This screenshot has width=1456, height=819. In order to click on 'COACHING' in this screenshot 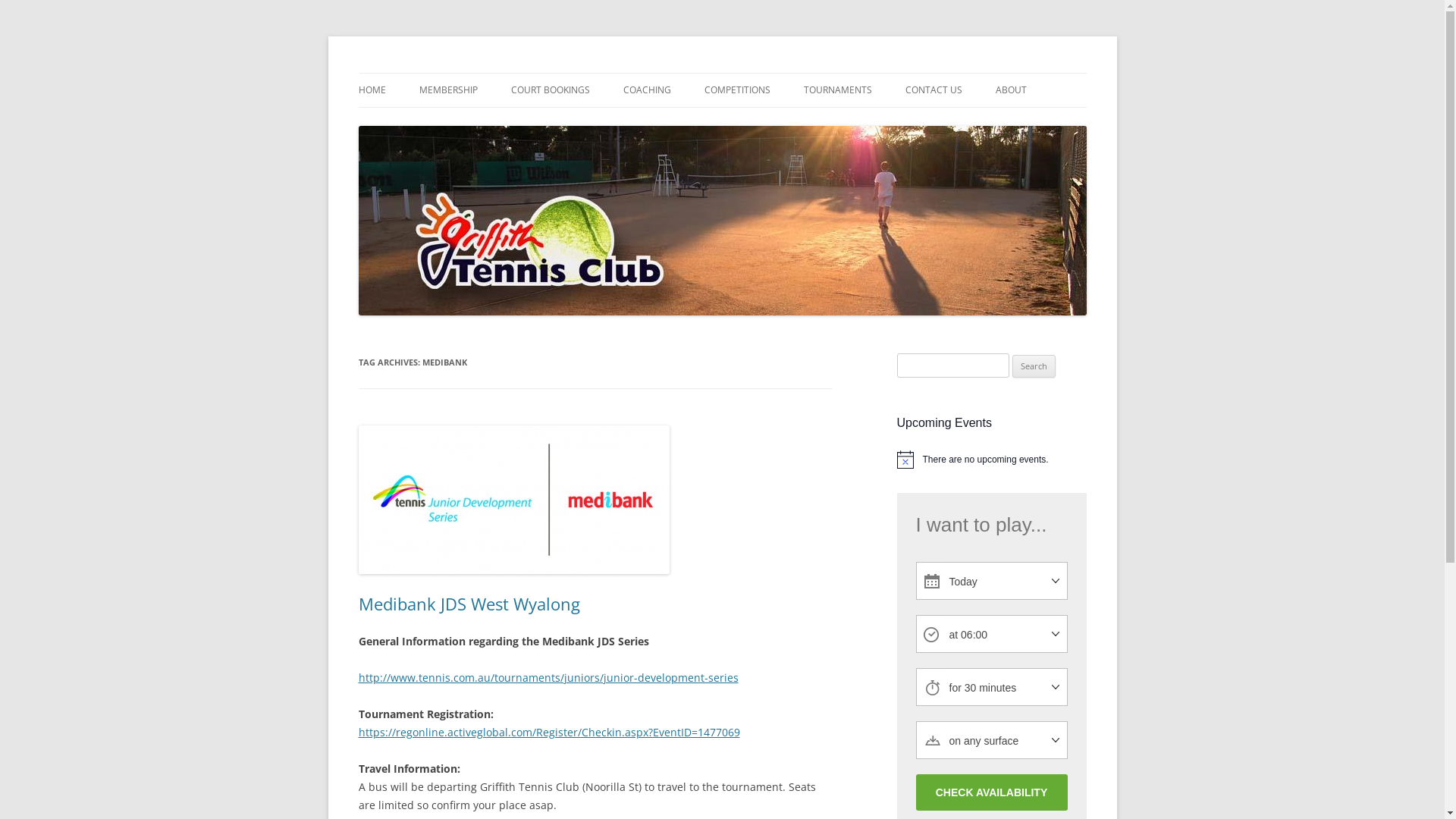, I will do `click(647, 90)`.